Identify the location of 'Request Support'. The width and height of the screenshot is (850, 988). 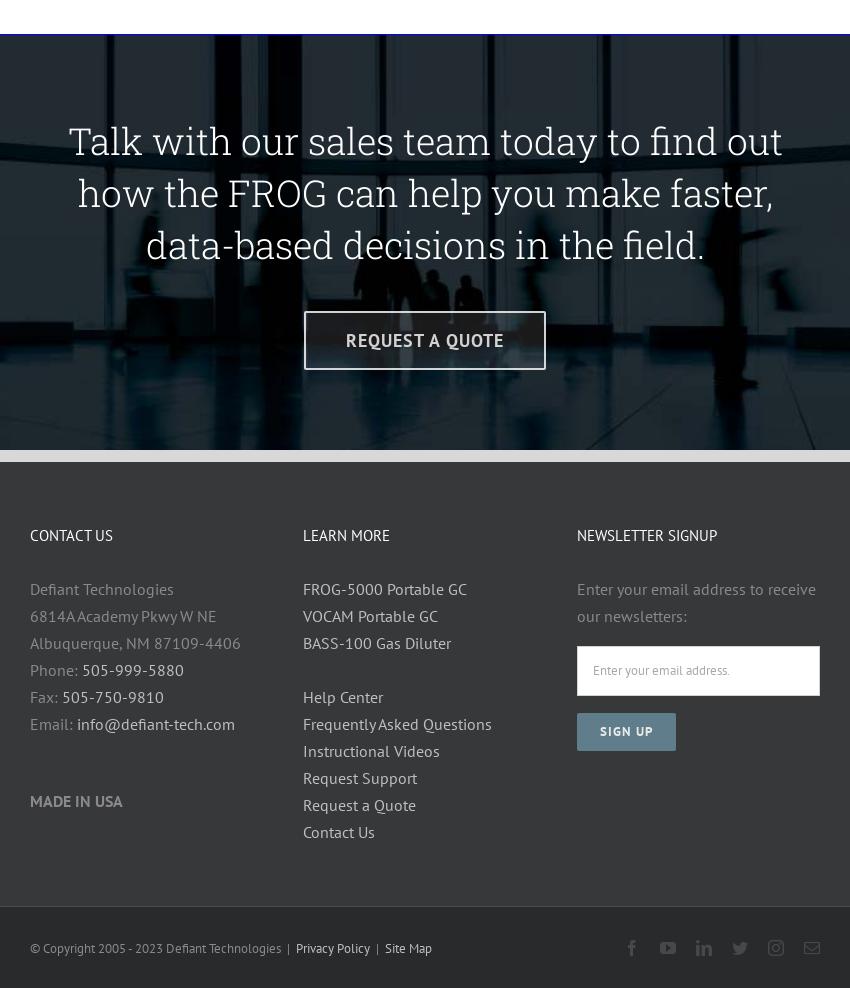
(358, 775).